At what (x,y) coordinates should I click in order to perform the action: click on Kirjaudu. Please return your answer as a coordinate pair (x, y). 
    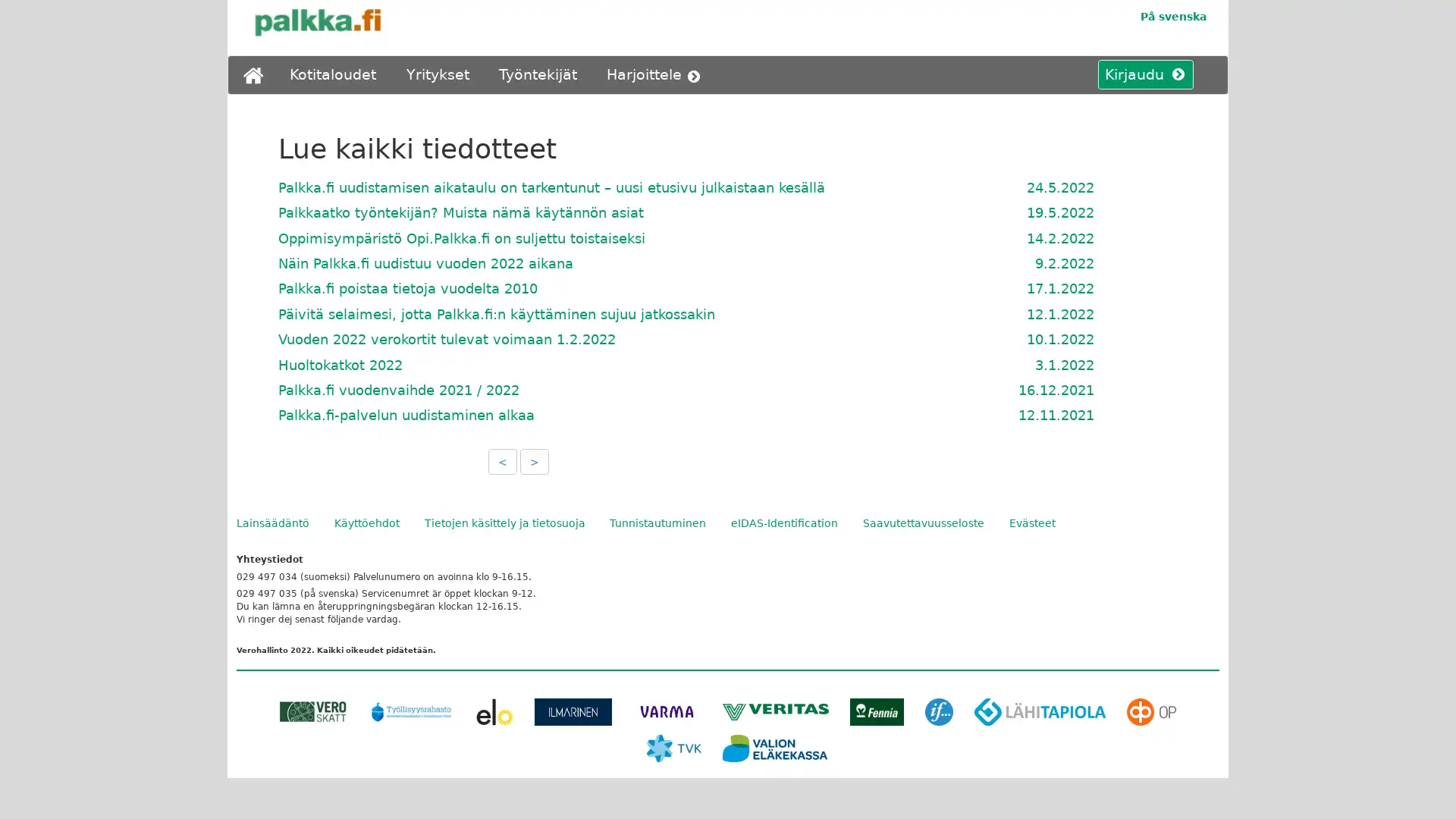
    Looking at the image, I should click on (1139, 75).